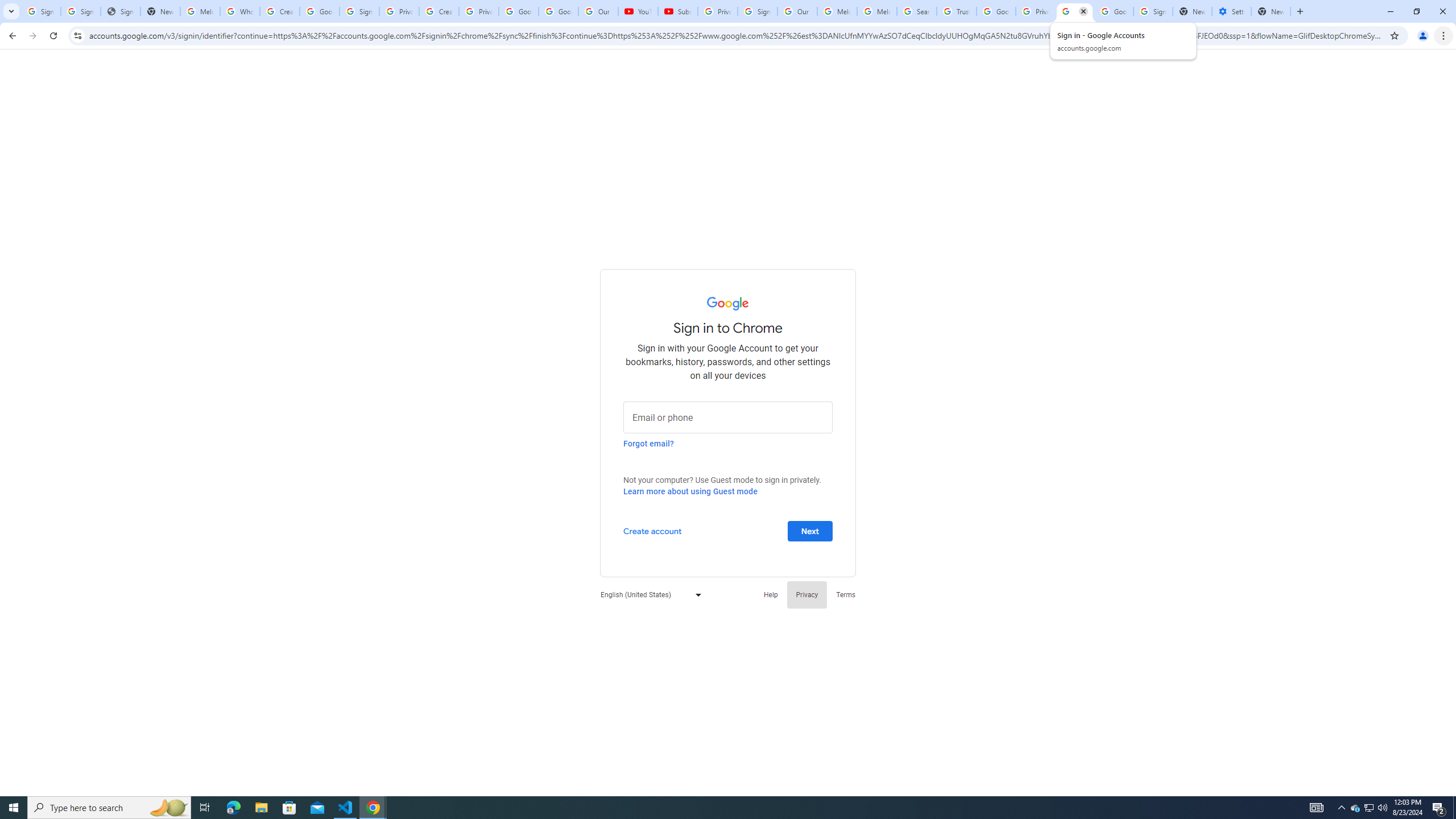 The image size is (1456, 819). I want to click on 'Sign in - Google Accounts', so click(1074, 11).